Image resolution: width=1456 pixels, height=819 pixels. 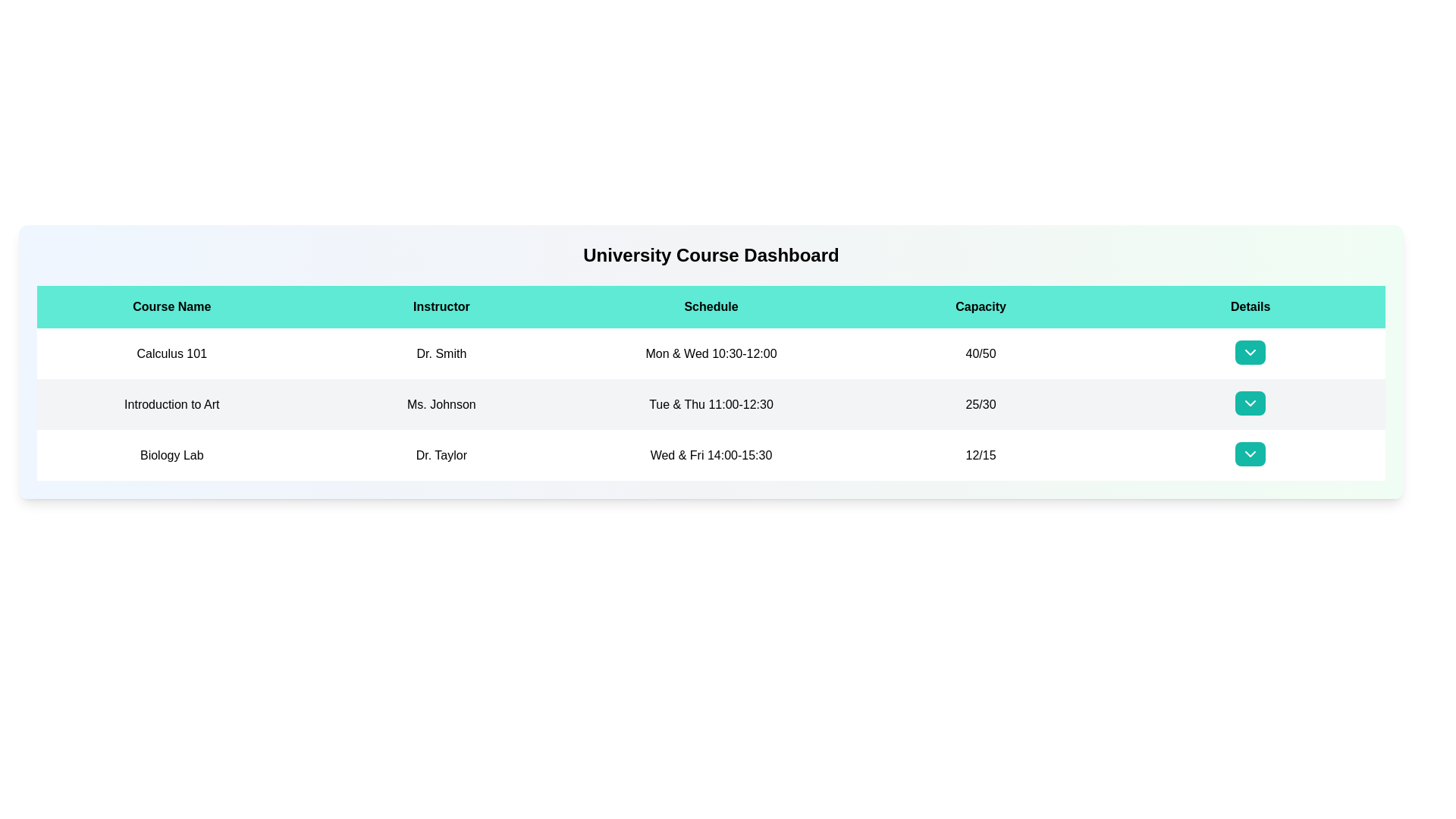 I want to click on the header label indicating course capacities, which is the fourth column in the table header, located between the 'Schedule' and 'Details' headers, so click(x=981, y=307).